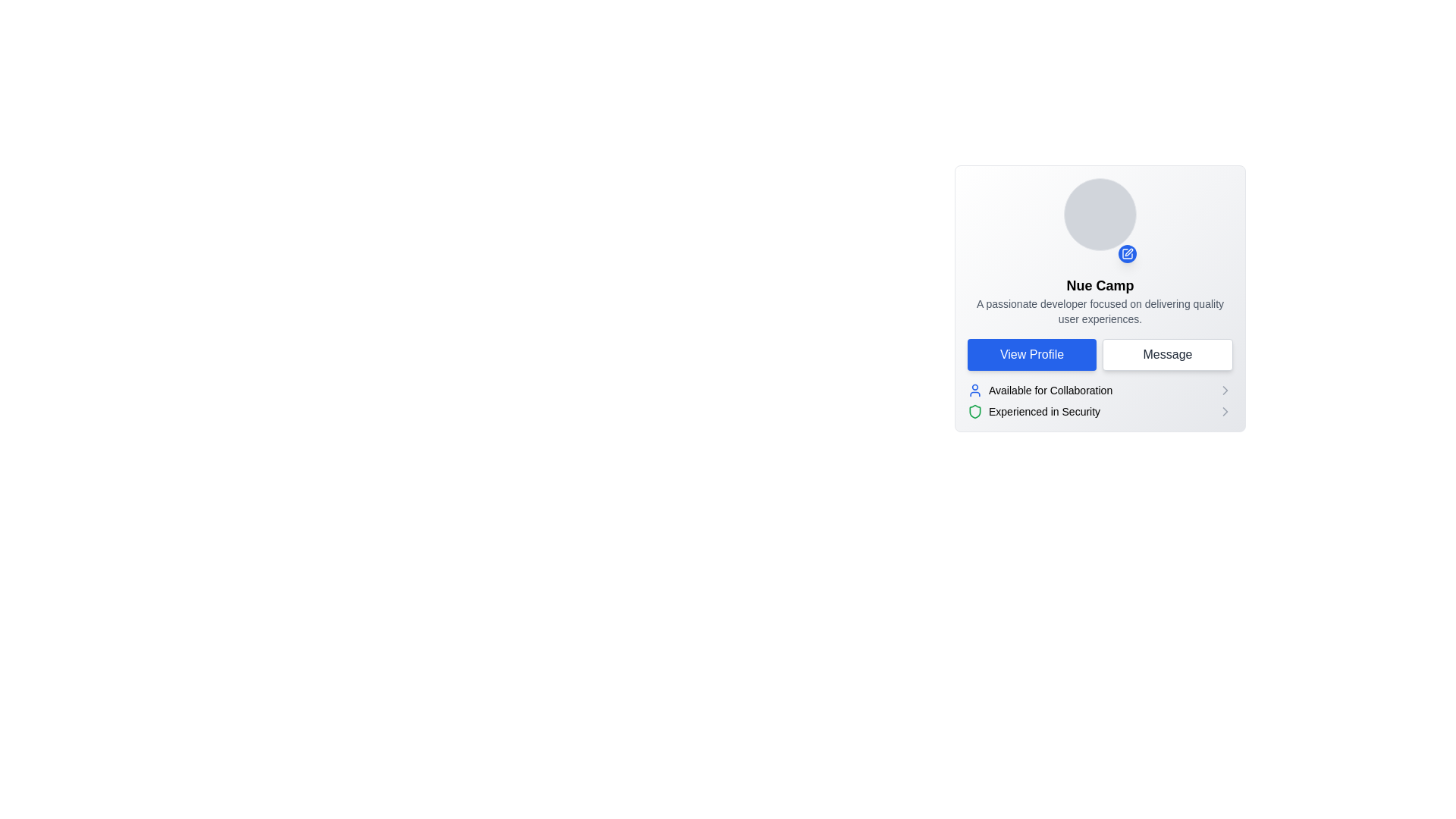  I want to click on the edit button located at the bottom-right of the user's profile picture to modify the profile picture or related settings, so click(1128, 253).